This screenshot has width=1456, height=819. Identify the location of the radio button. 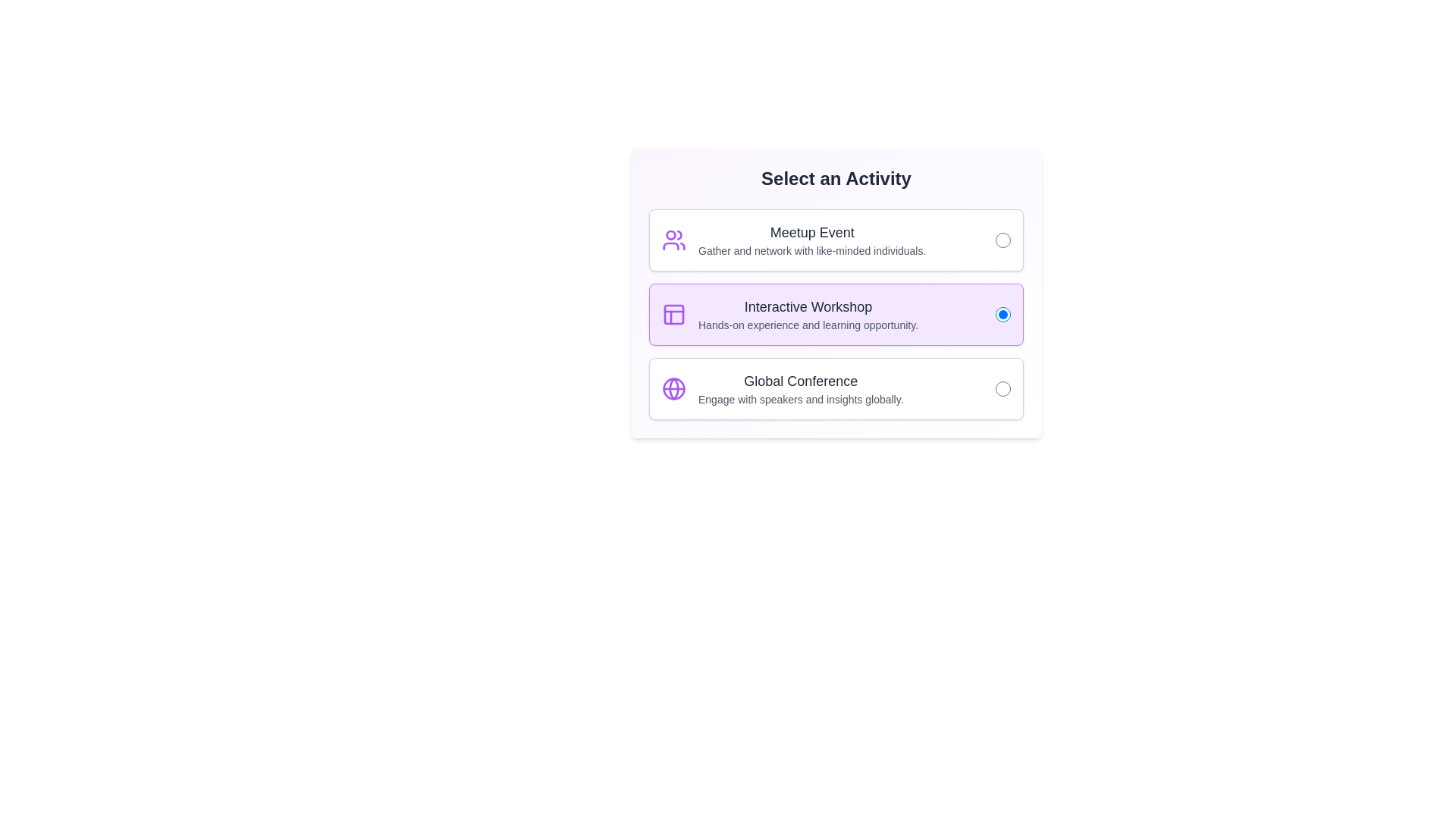
(1003, 314).